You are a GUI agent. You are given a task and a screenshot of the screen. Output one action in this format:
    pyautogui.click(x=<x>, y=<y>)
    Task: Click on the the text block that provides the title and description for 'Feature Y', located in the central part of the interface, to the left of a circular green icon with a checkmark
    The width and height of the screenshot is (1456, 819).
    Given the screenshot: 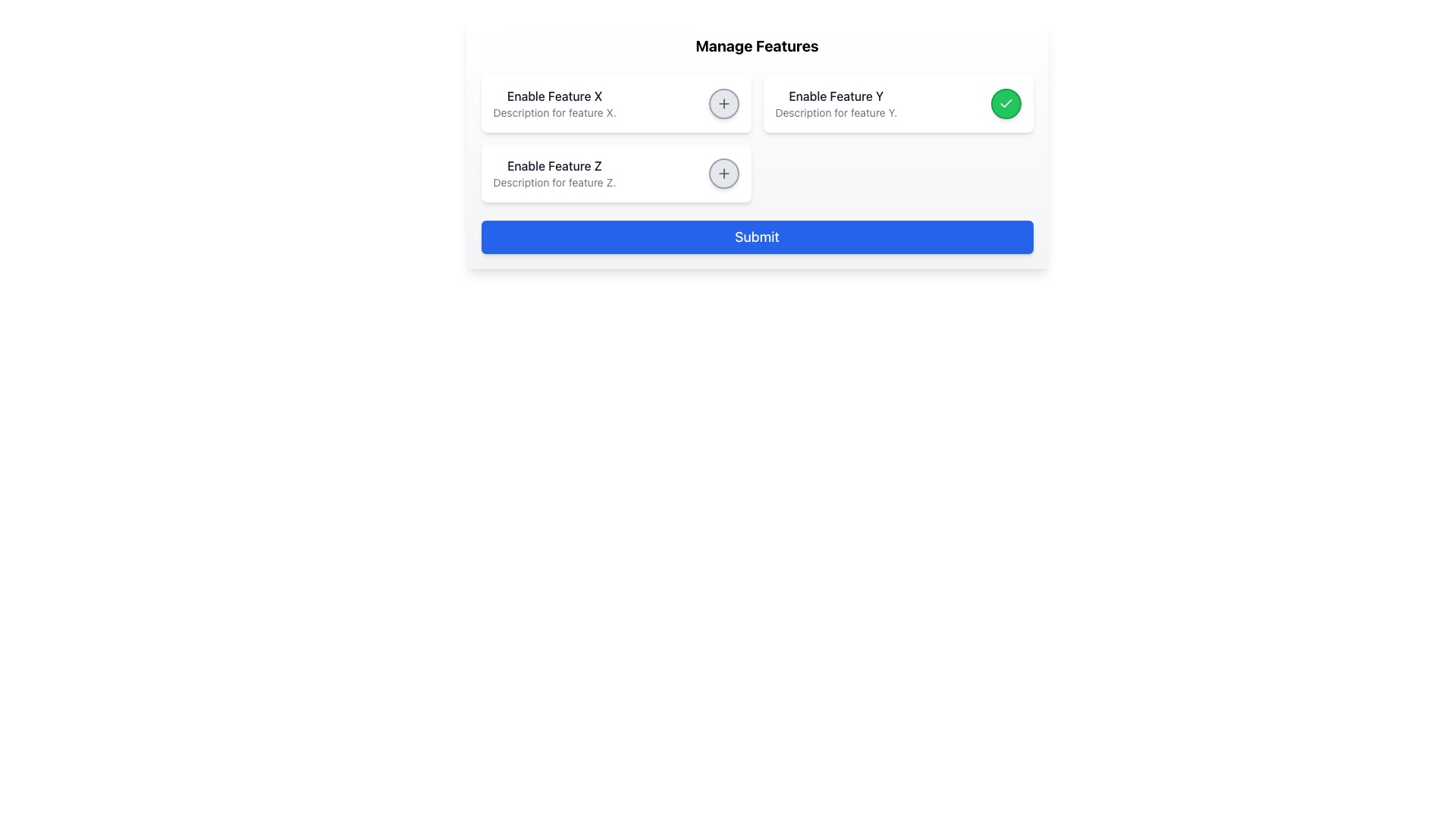 What is the action you would take?
    pyautogui.click(x=835, y=103)
    